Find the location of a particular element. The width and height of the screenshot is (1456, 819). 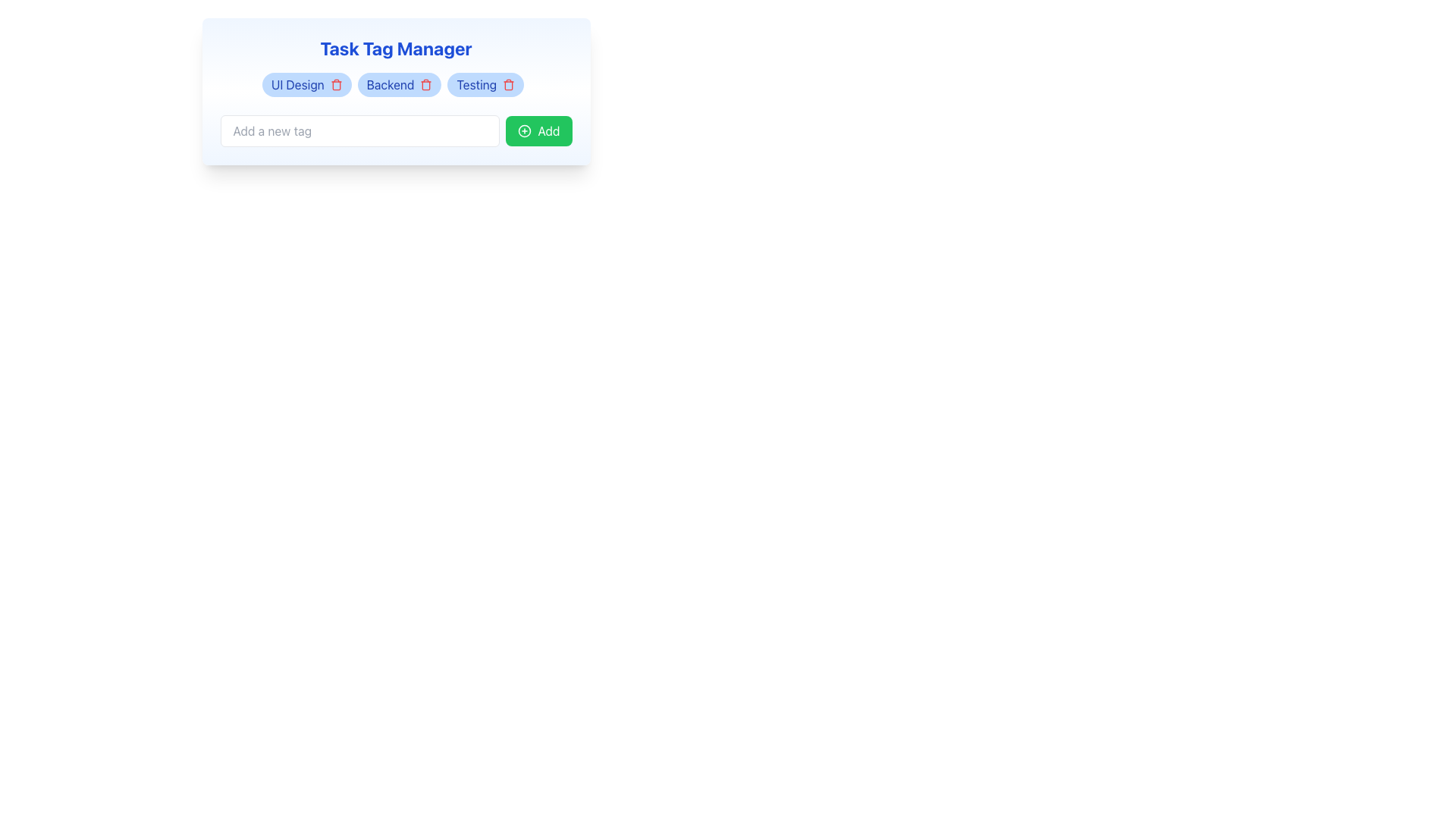

the small circular '+' icon with a green background and white border, located at the leftmost part of the green 'Add' button in the bottom-right section of the interface is located at coordinates (525, 130).